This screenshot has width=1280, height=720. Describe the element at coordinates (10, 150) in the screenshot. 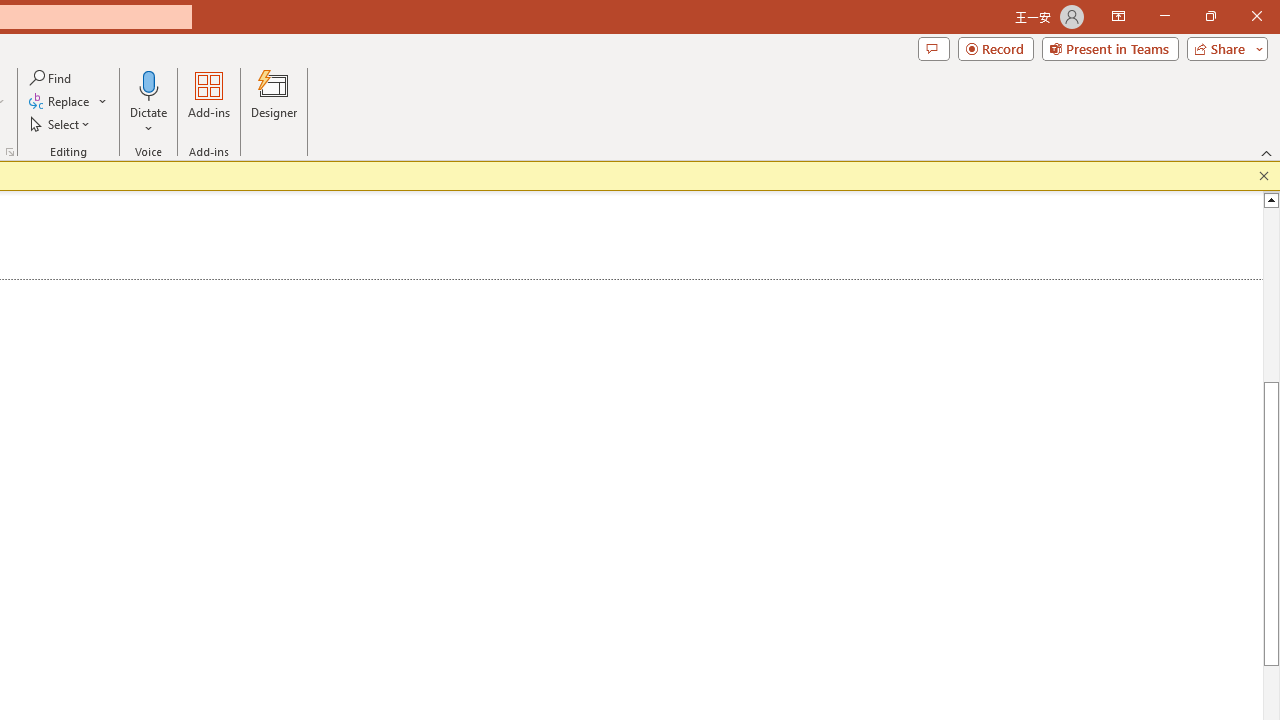

I see `'Format Object...'` at that location.